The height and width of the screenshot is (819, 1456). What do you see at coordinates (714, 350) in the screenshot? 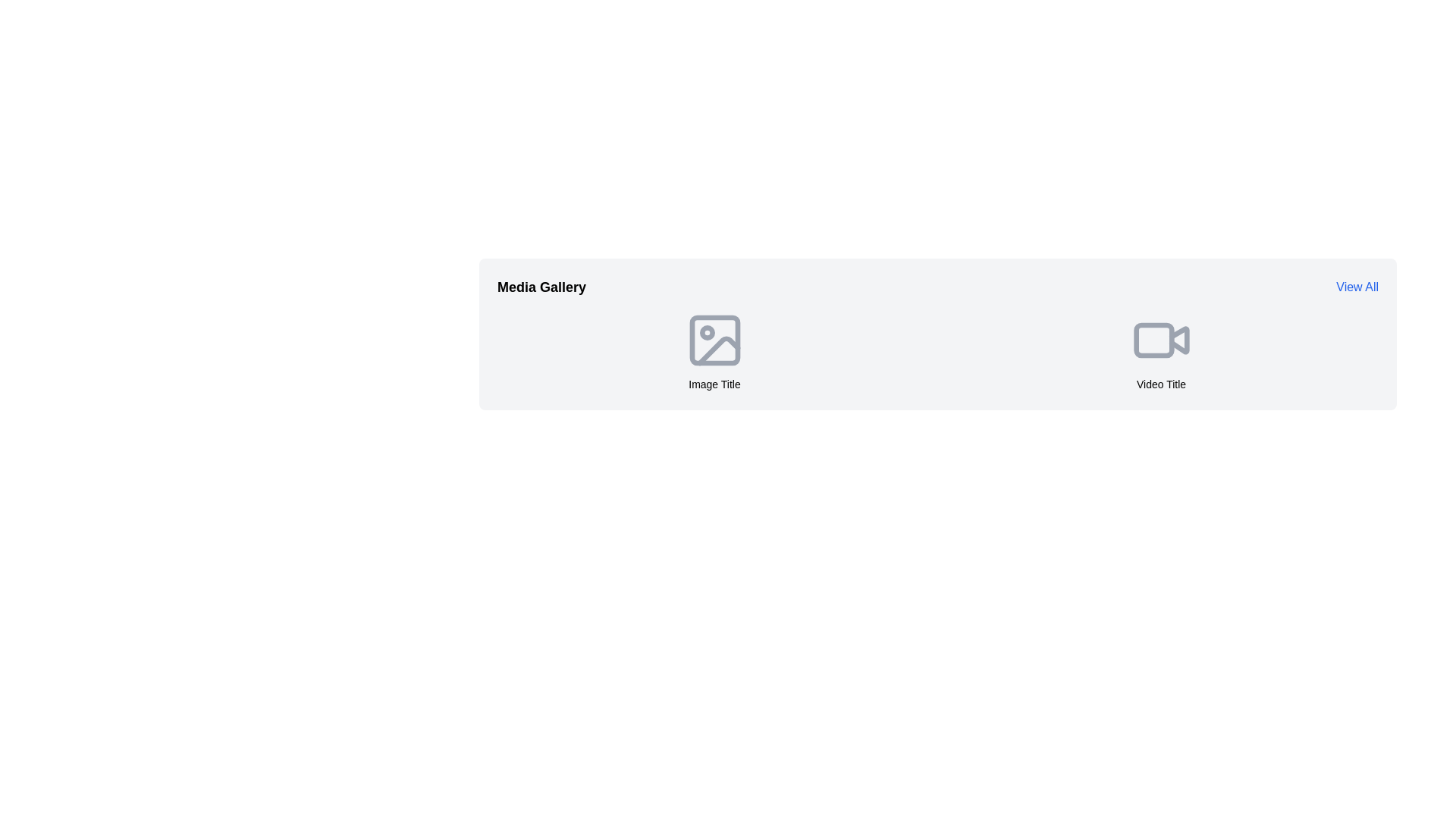
I see `the clickable card or tile with an embedded icon and label` at bounding box center [714, 350].